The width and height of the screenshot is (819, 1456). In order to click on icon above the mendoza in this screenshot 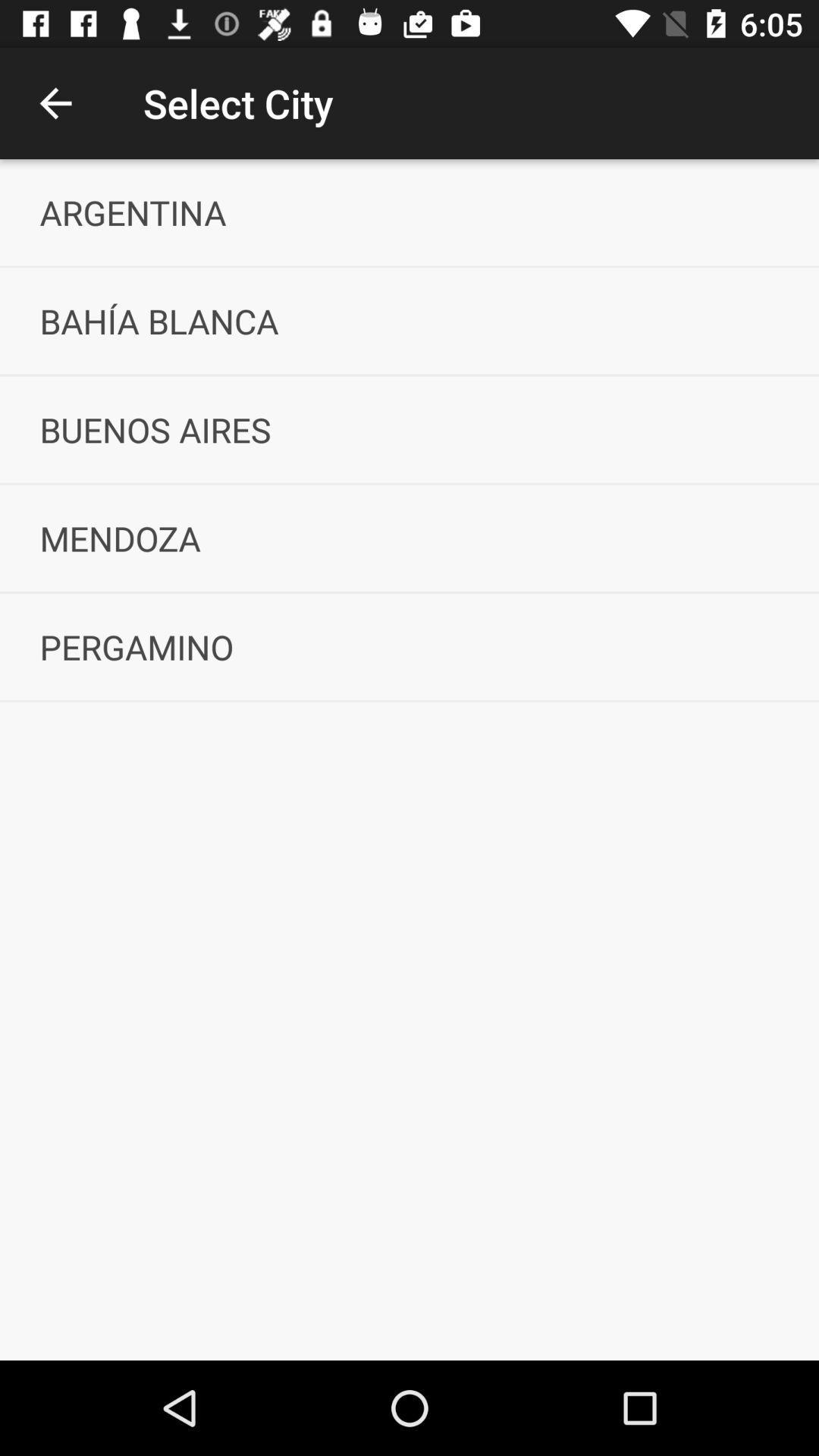, I will do `click(409, 428)`.